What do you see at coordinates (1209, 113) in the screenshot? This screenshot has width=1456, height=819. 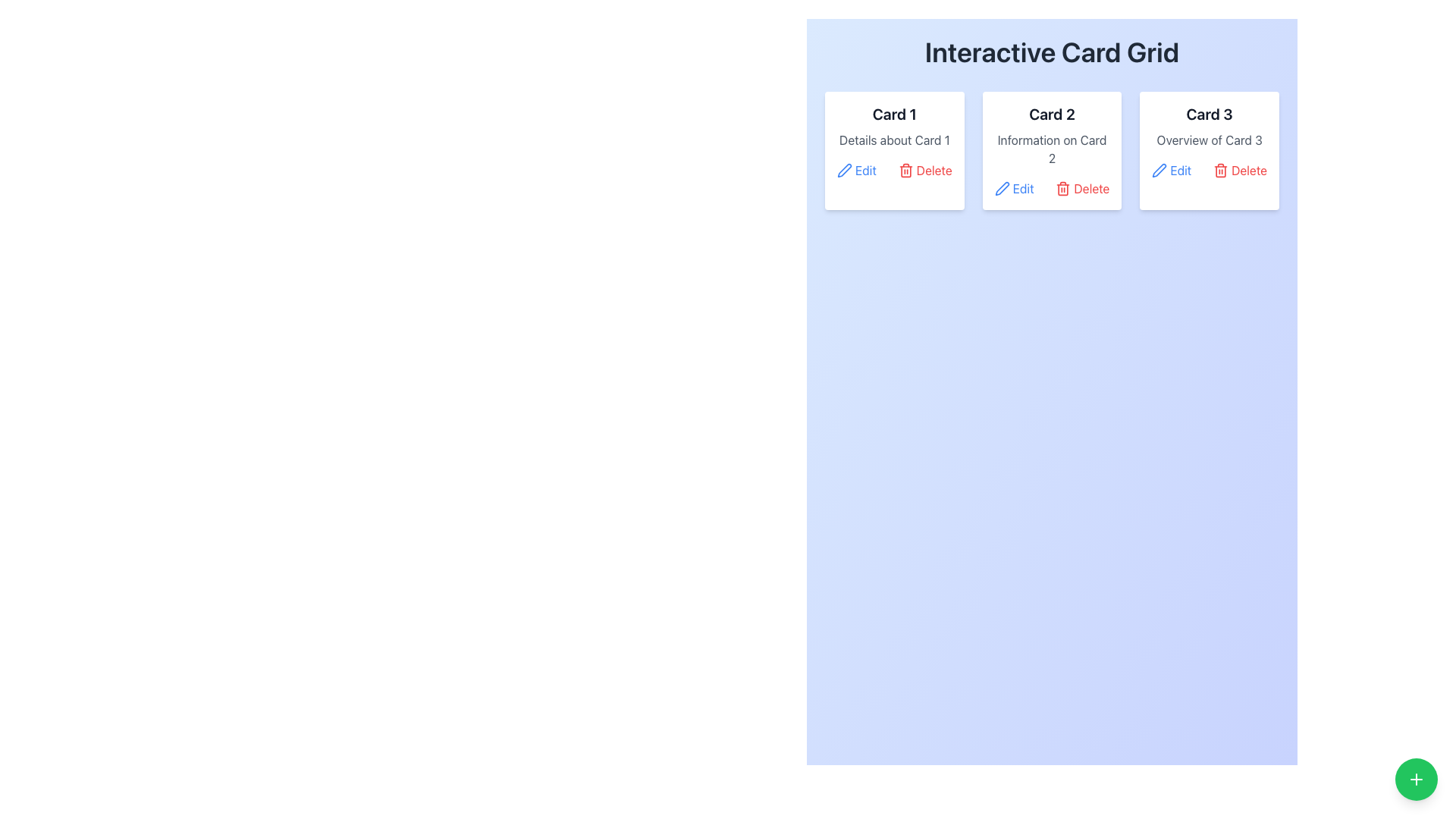 I see `the text label that serves as the title for 'Card 3', positioned at the top of the card in the third column of the grid` at bounding box center [1209, 113].